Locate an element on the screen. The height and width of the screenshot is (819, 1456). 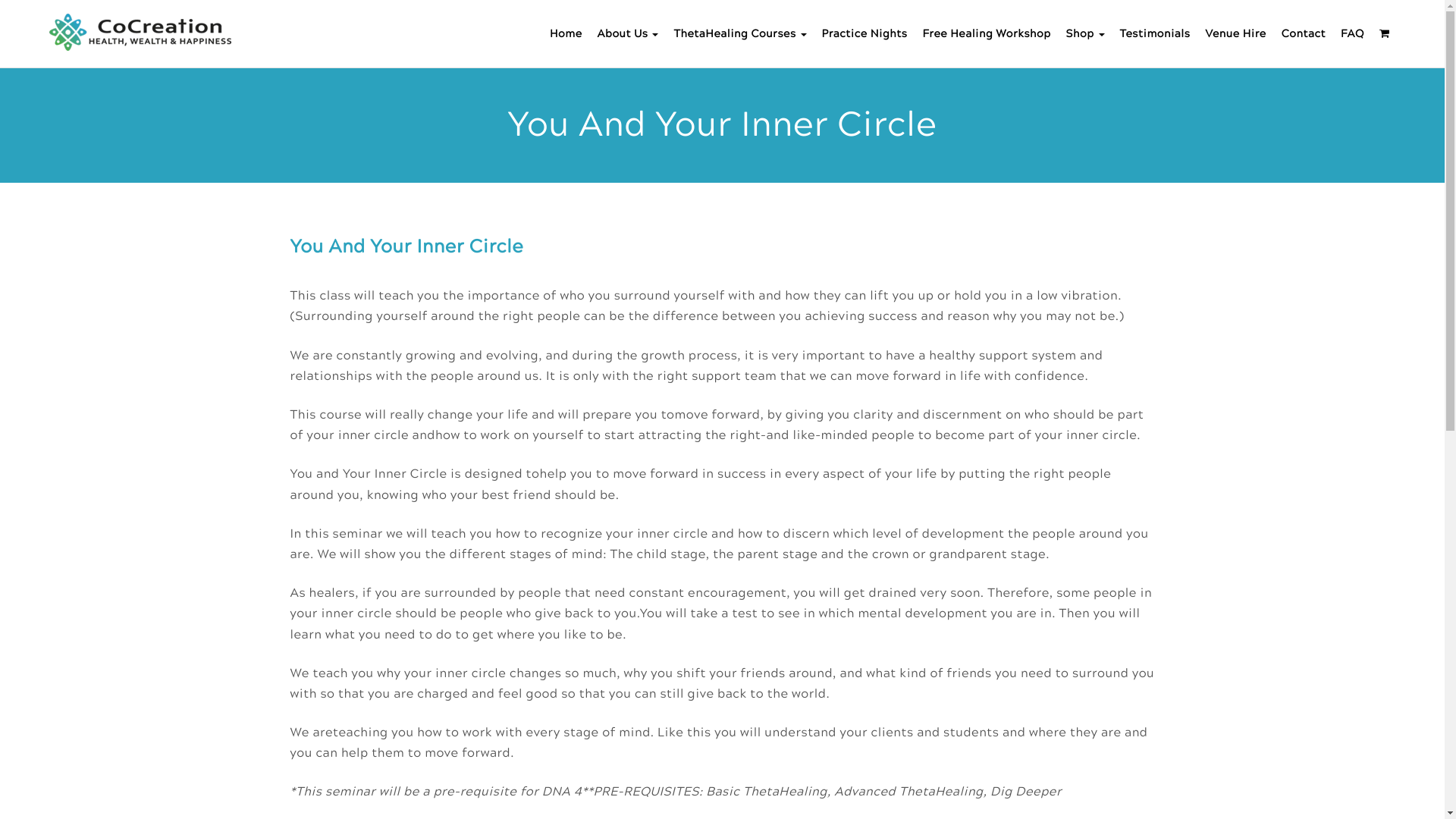
'FAQ' is located at coordinates (1340, 32).